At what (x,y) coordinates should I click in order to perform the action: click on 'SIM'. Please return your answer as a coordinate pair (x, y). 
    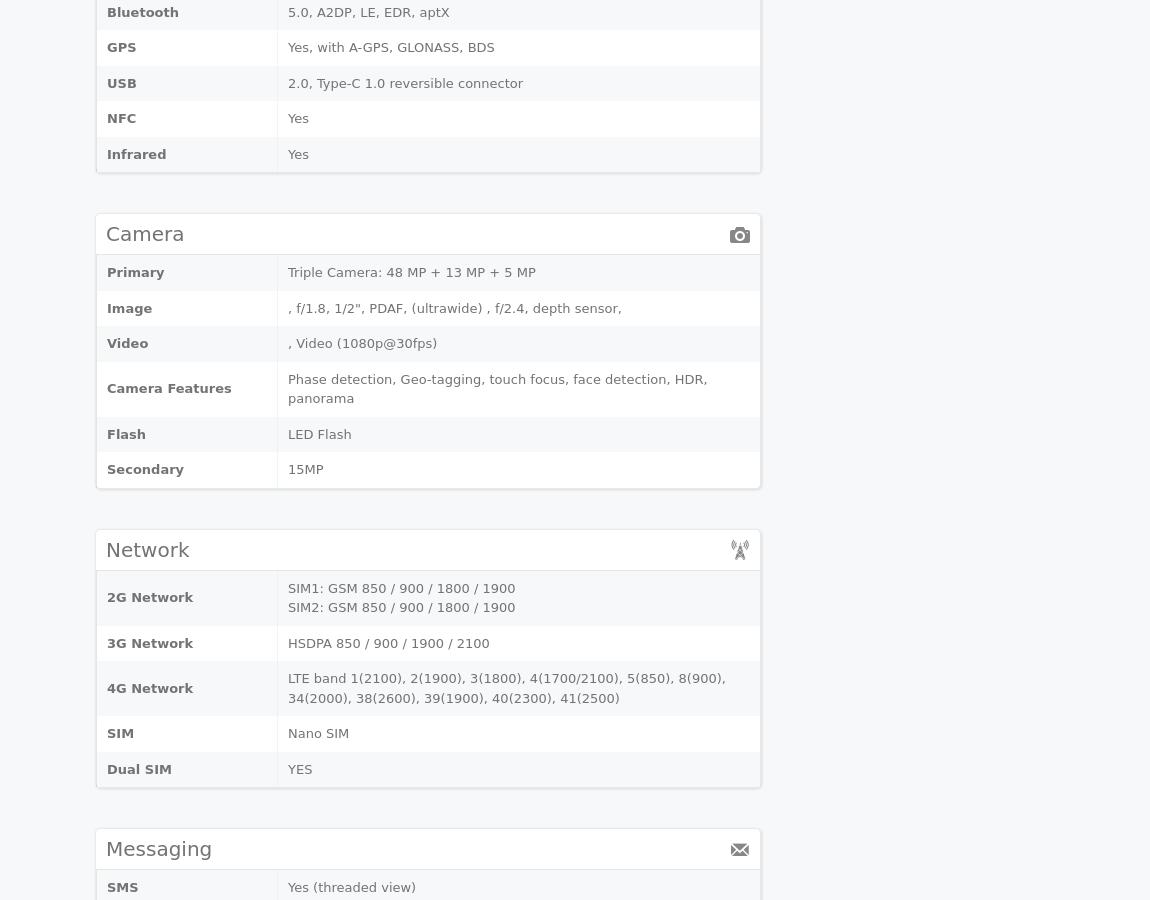
    Looking at the image, I should click on (119, 732).